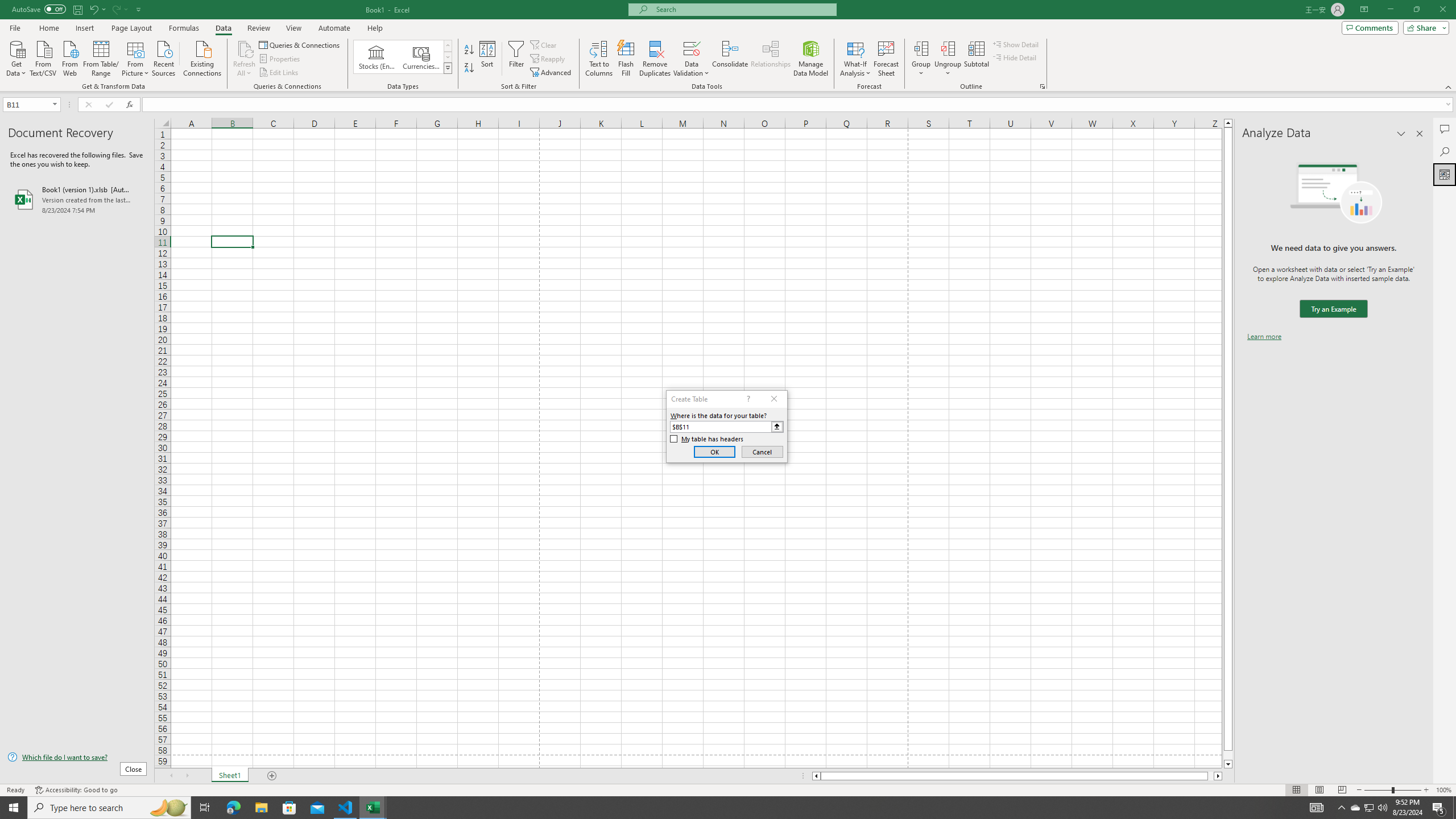 The image size is (1456, 819). What do you see at coordinates (139, 9) in the screenshot?
I see `'Customize Quick Access Toolbar'` at bounding box center [139, 9].